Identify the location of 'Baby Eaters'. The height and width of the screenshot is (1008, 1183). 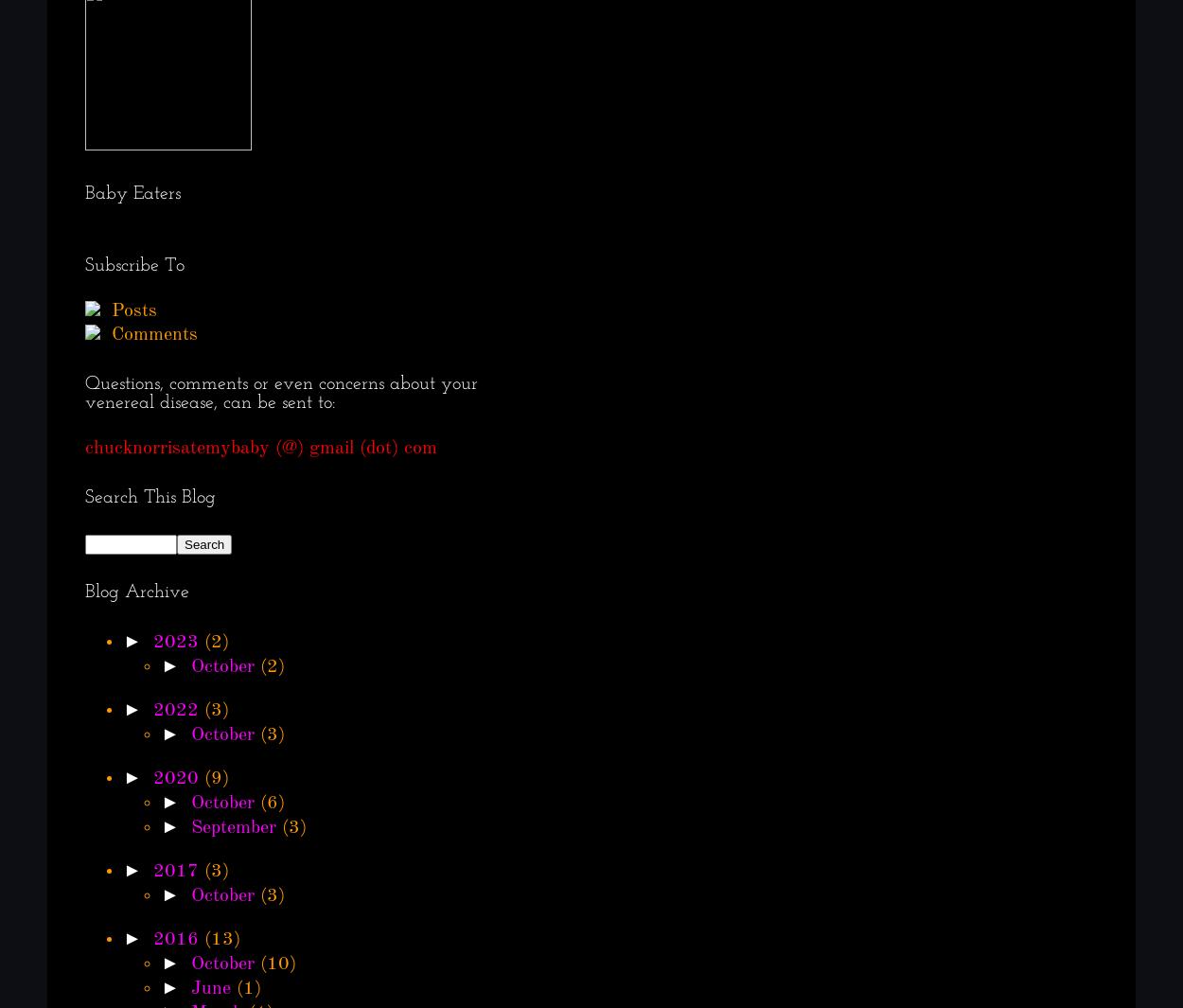
(132, 193).